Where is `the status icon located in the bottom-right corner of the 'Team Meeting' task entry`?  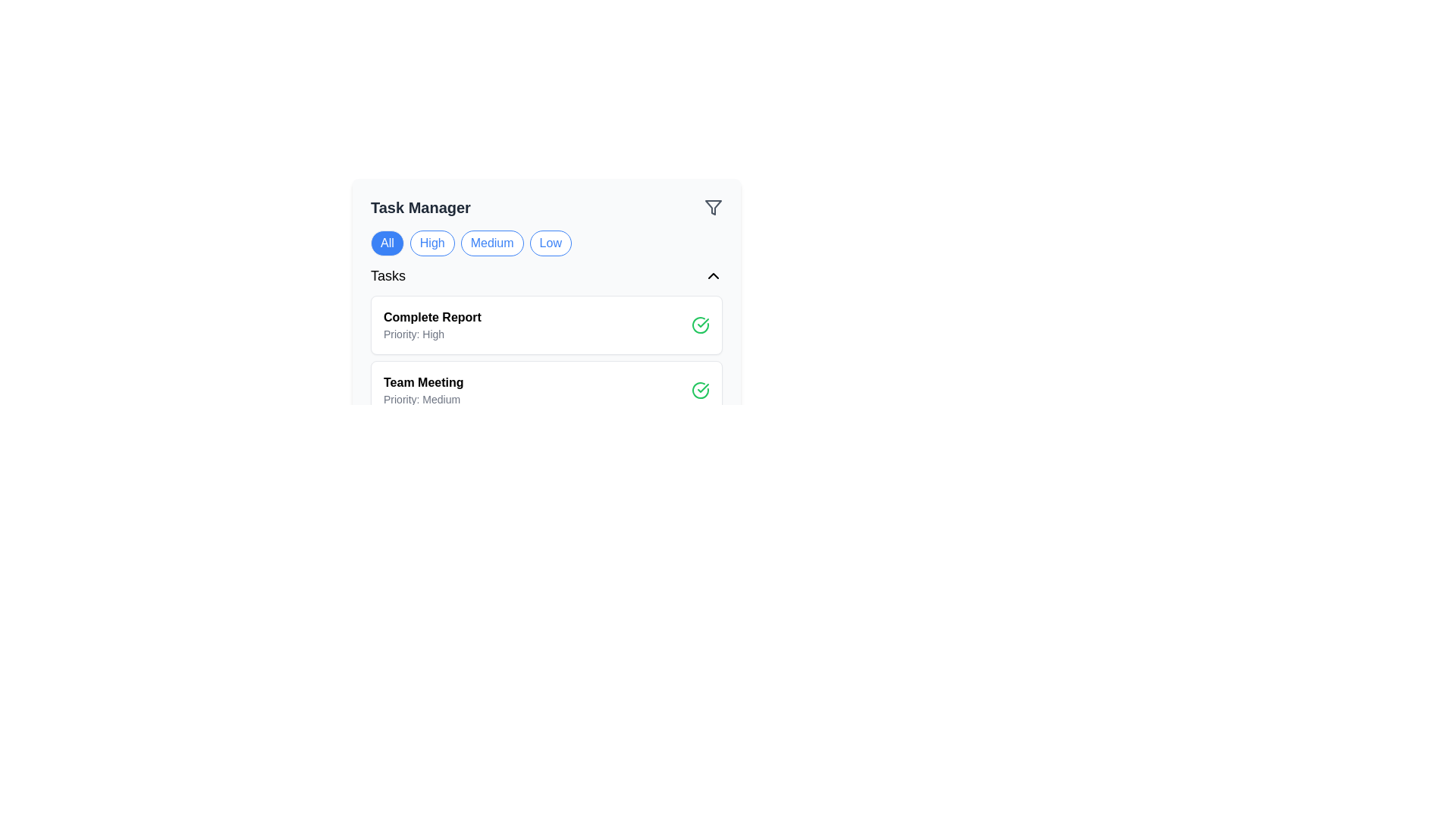 the status icon located in the bottom-right corner of the 'Team Meeting' task entry is located at coordinates (700, 390).